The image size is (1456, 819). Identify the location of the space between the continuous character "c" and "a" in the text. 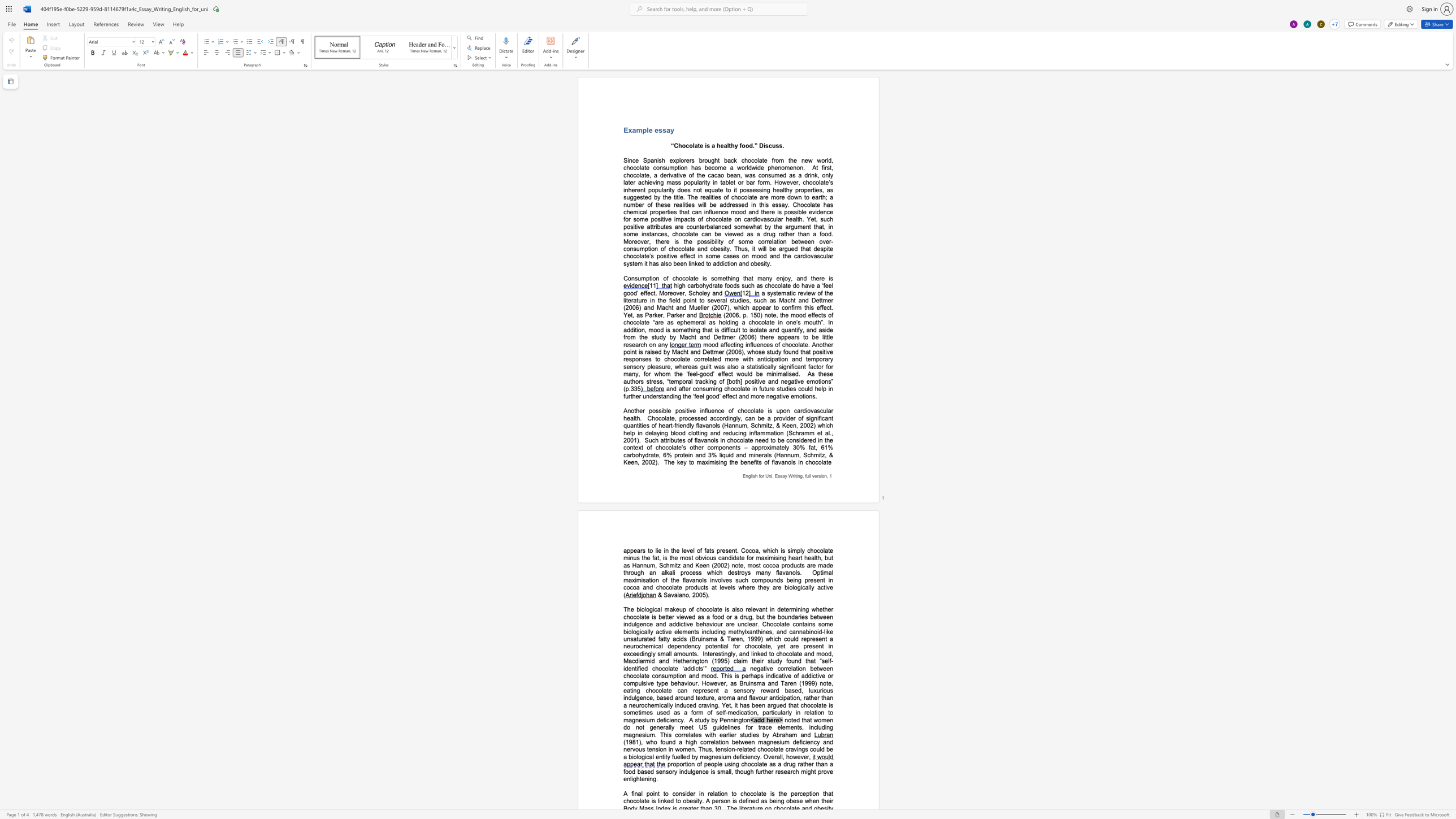
(691, 285).